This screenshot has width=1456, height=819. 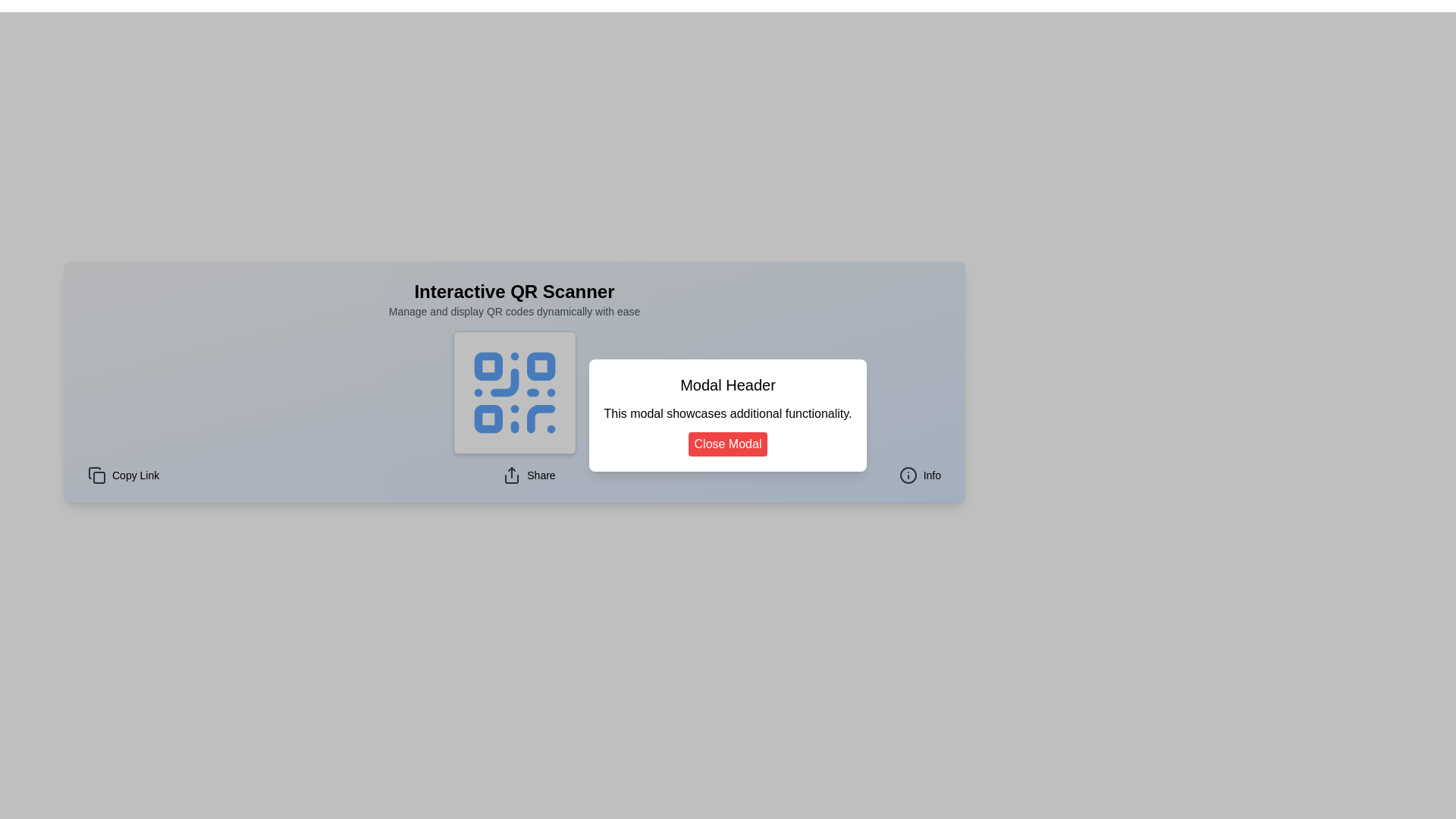 I want to click on the 'Share' text label, which is styled as standard black text and located to the right of an upward arrow icon in the bottom-left corner of the modal, so click(x=541, y=475).